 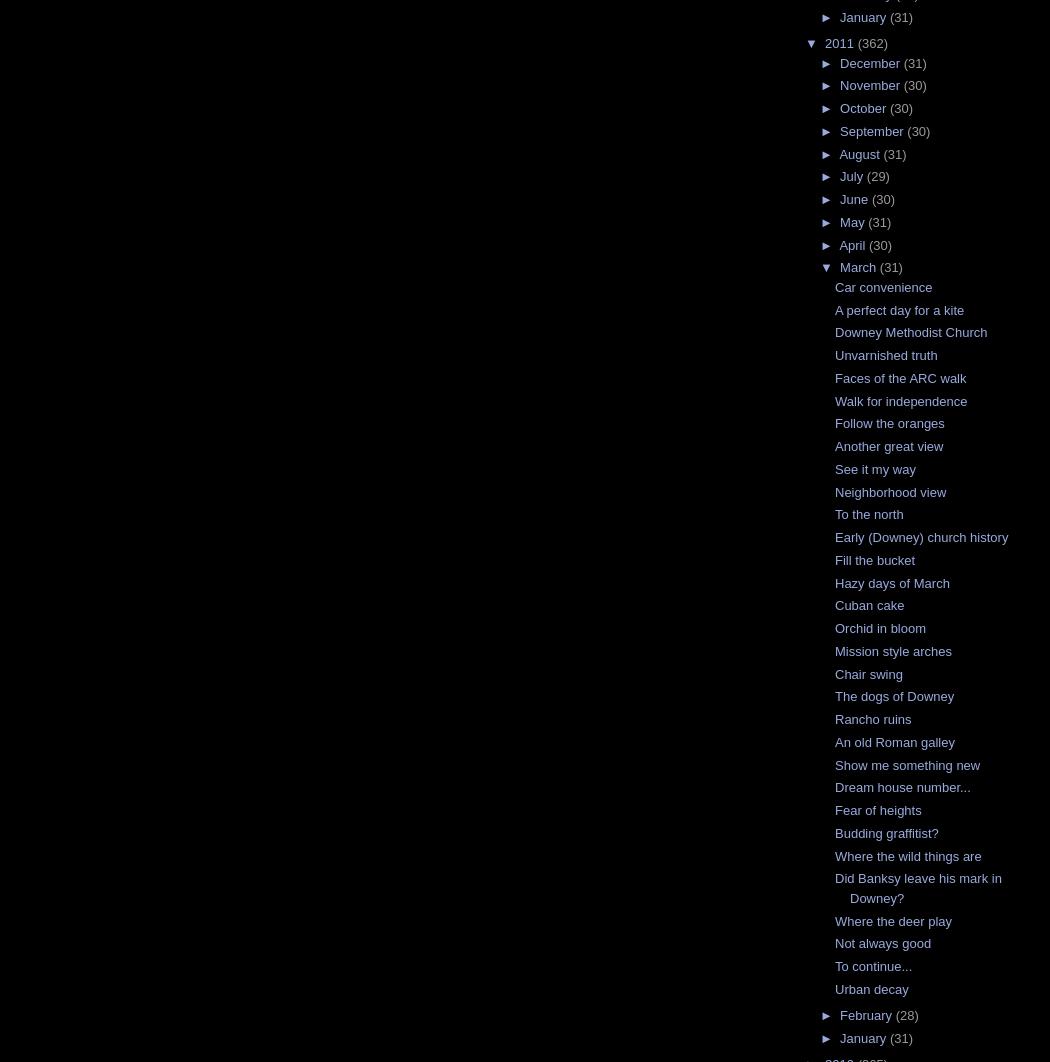 I want to click on 'Downey Methodist Church', so click(x=910, y=331).